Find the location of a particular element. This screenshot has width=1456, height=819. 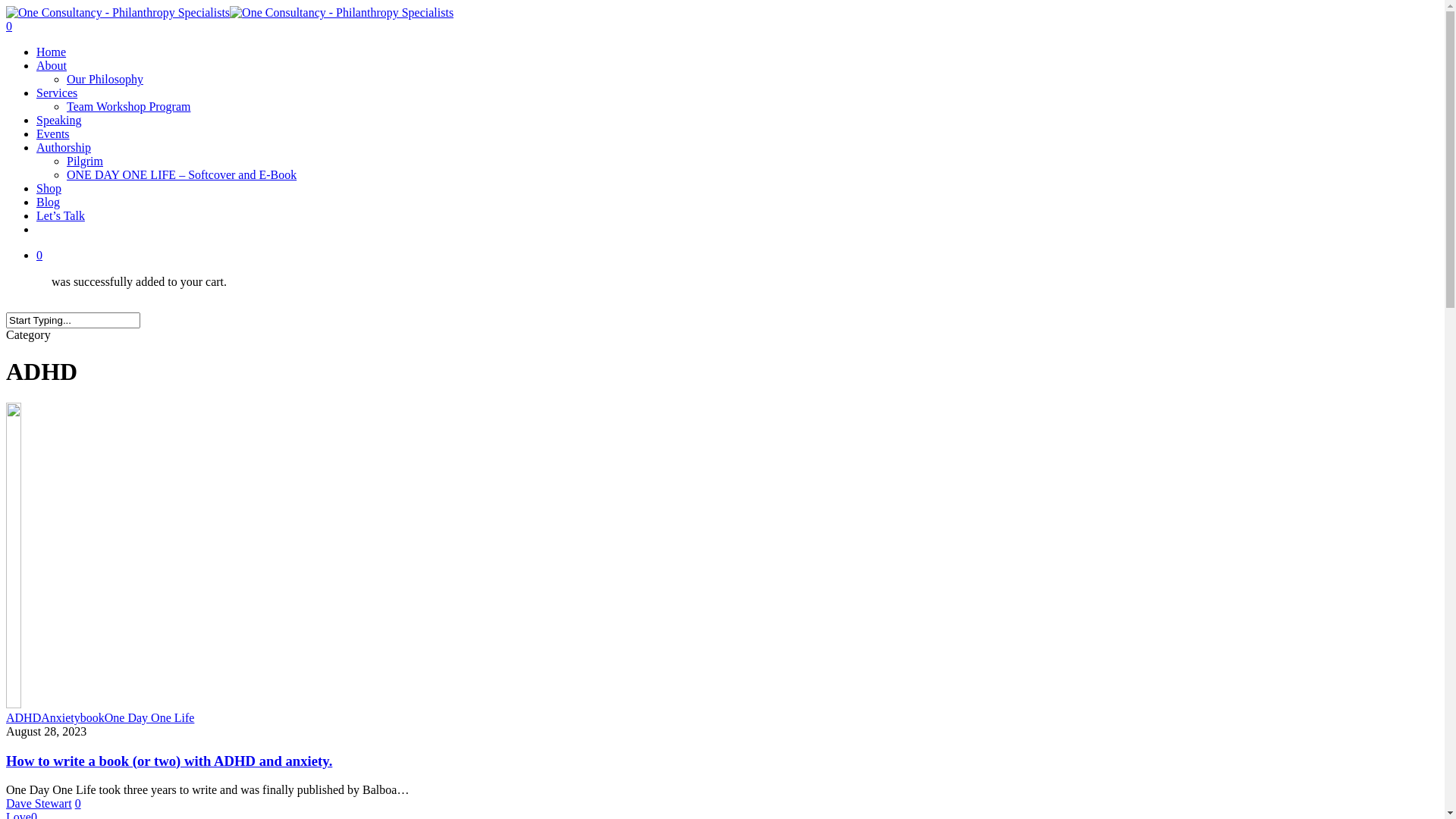

'One Day One Life' is located at coordinates (149, 717).